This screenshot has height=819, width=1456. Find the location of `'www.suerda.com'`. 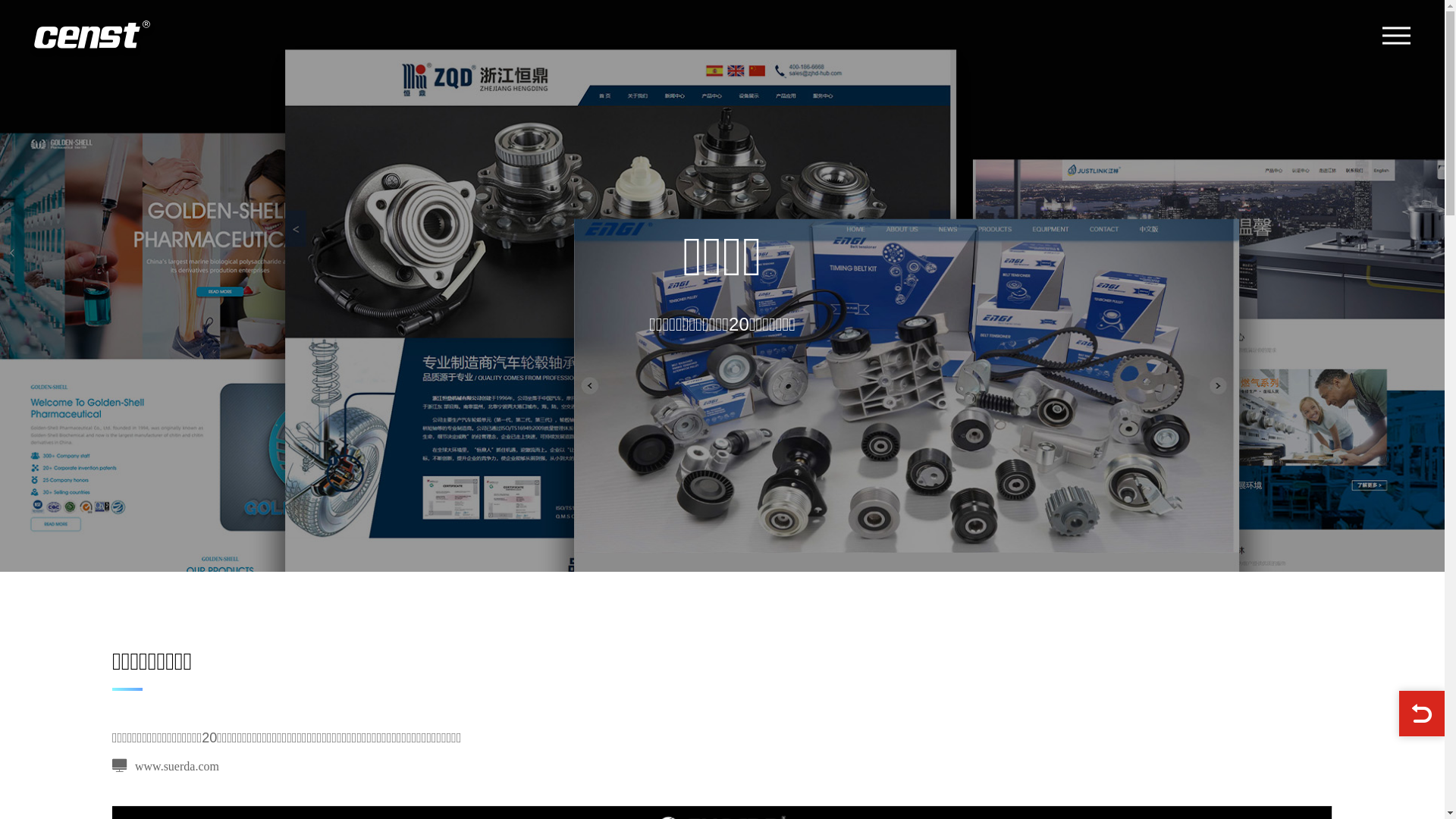

'www.suerda.com' is located at coordinates (165, 766).